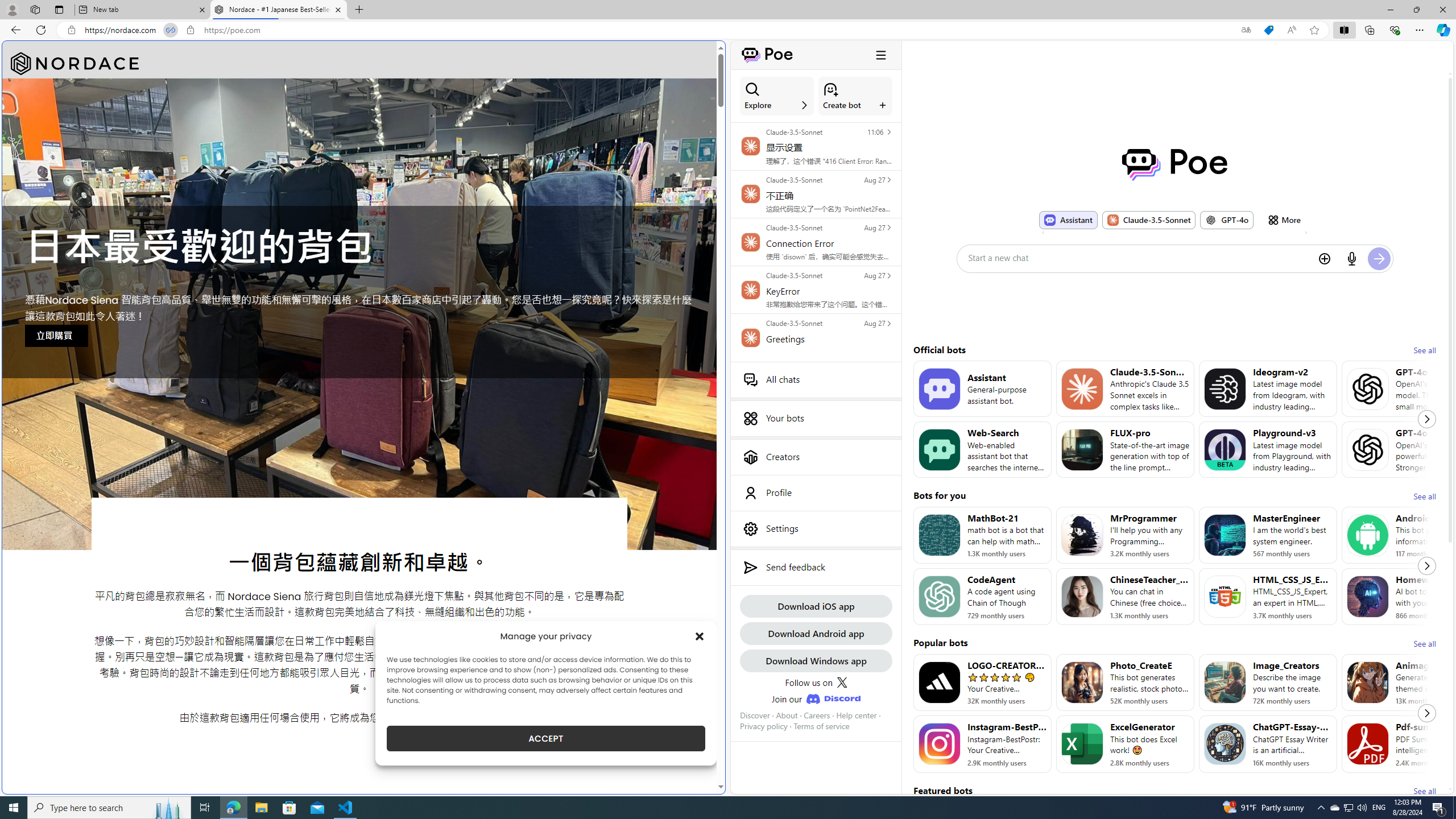 The image size is (1456, 819). What do you see at coordinates (786, 714) in the screenshot?
I see `'About'` at bounding box center [786, 714].